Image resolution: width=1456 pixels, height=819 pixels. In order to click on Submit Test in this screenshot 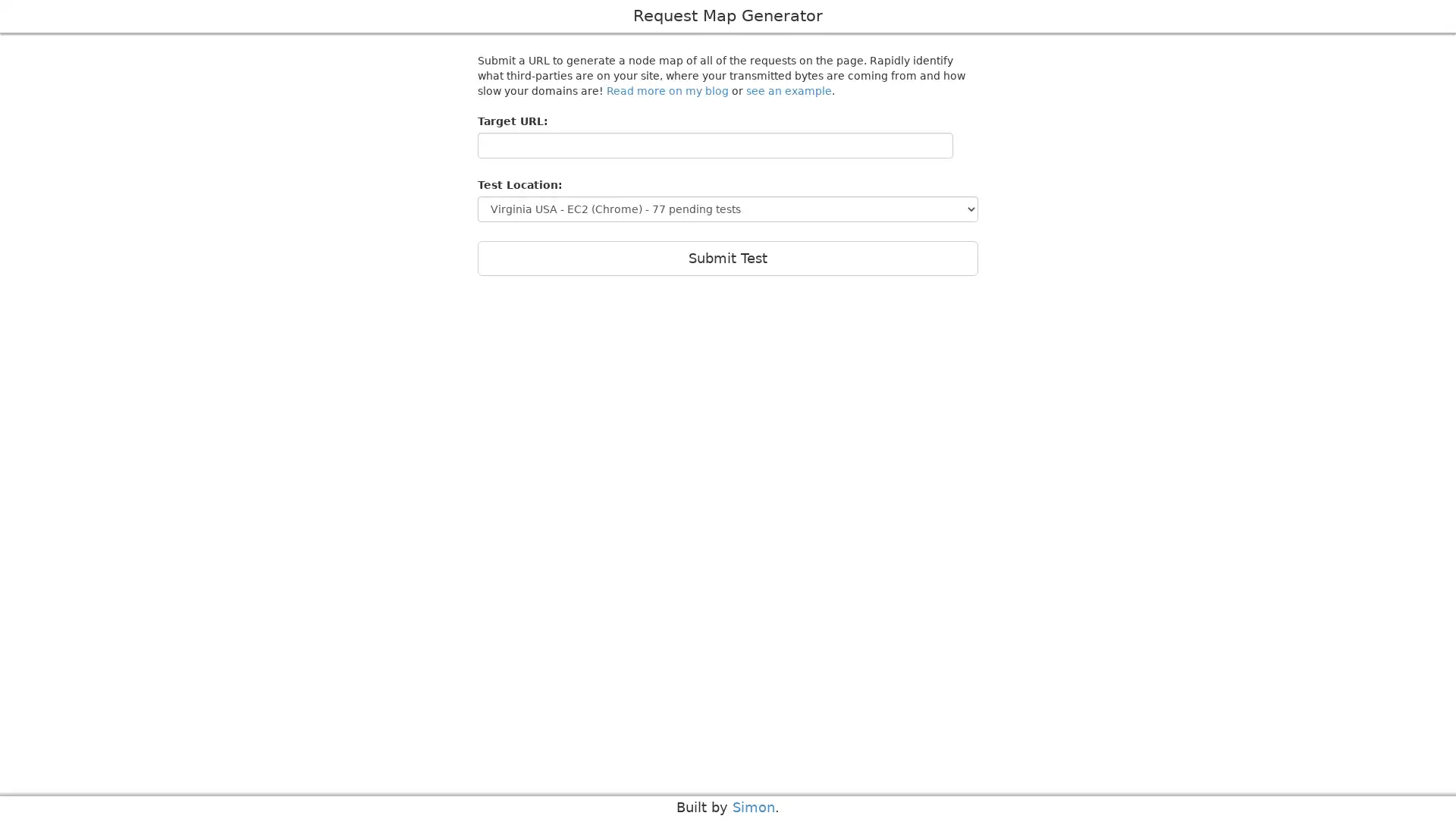, I will do `click(728, 257)`.